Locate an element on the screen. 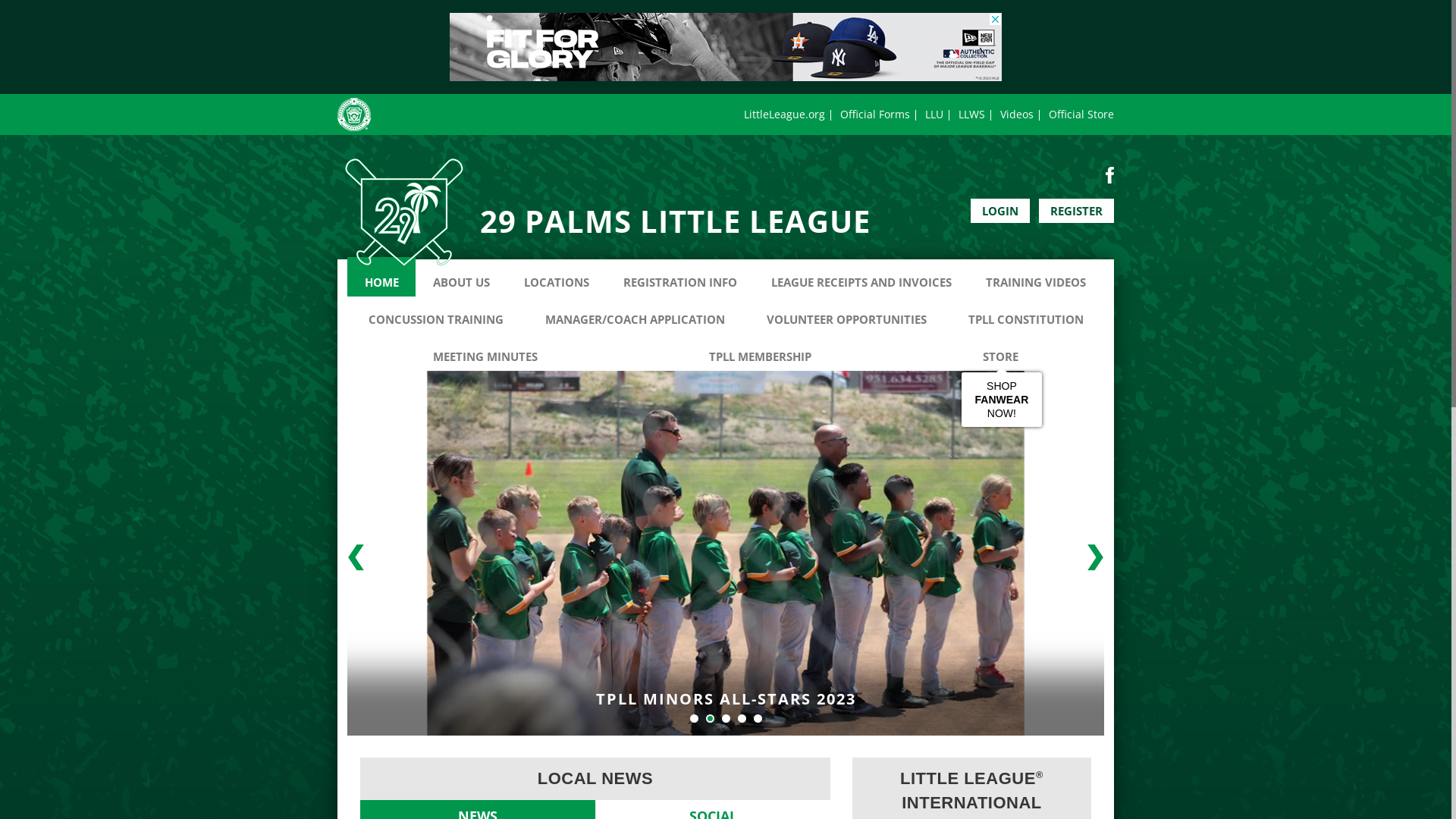 Image resolution: width=1456 pixels, height=819 pixels. 'Facebook' is located at coordinates (1109, 174).